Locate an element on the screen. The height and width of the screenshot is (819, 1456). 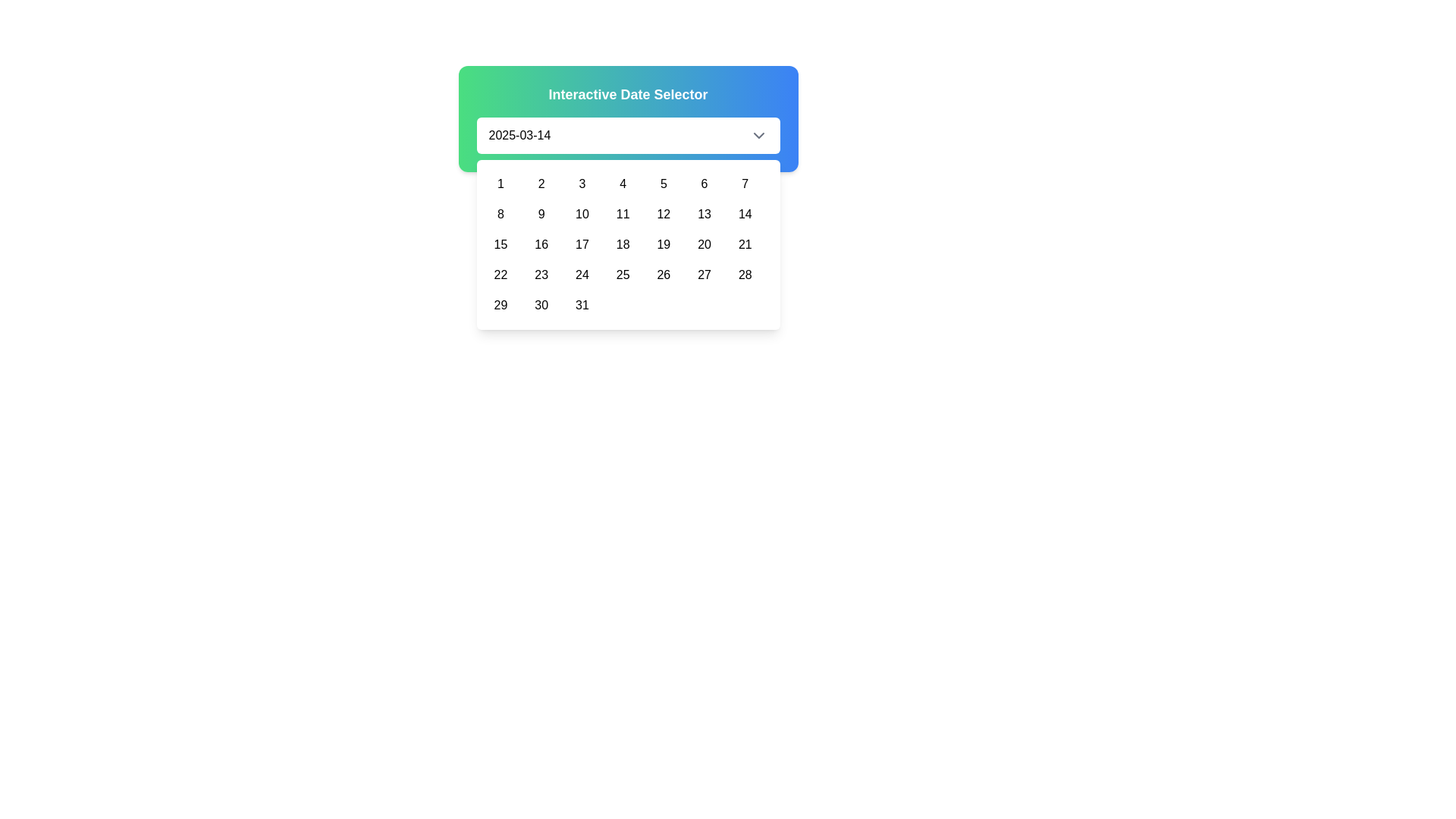
the square button displaying the number '28' located in the bottom-right corner of the calendar grid is located at coordinates (745, 275).